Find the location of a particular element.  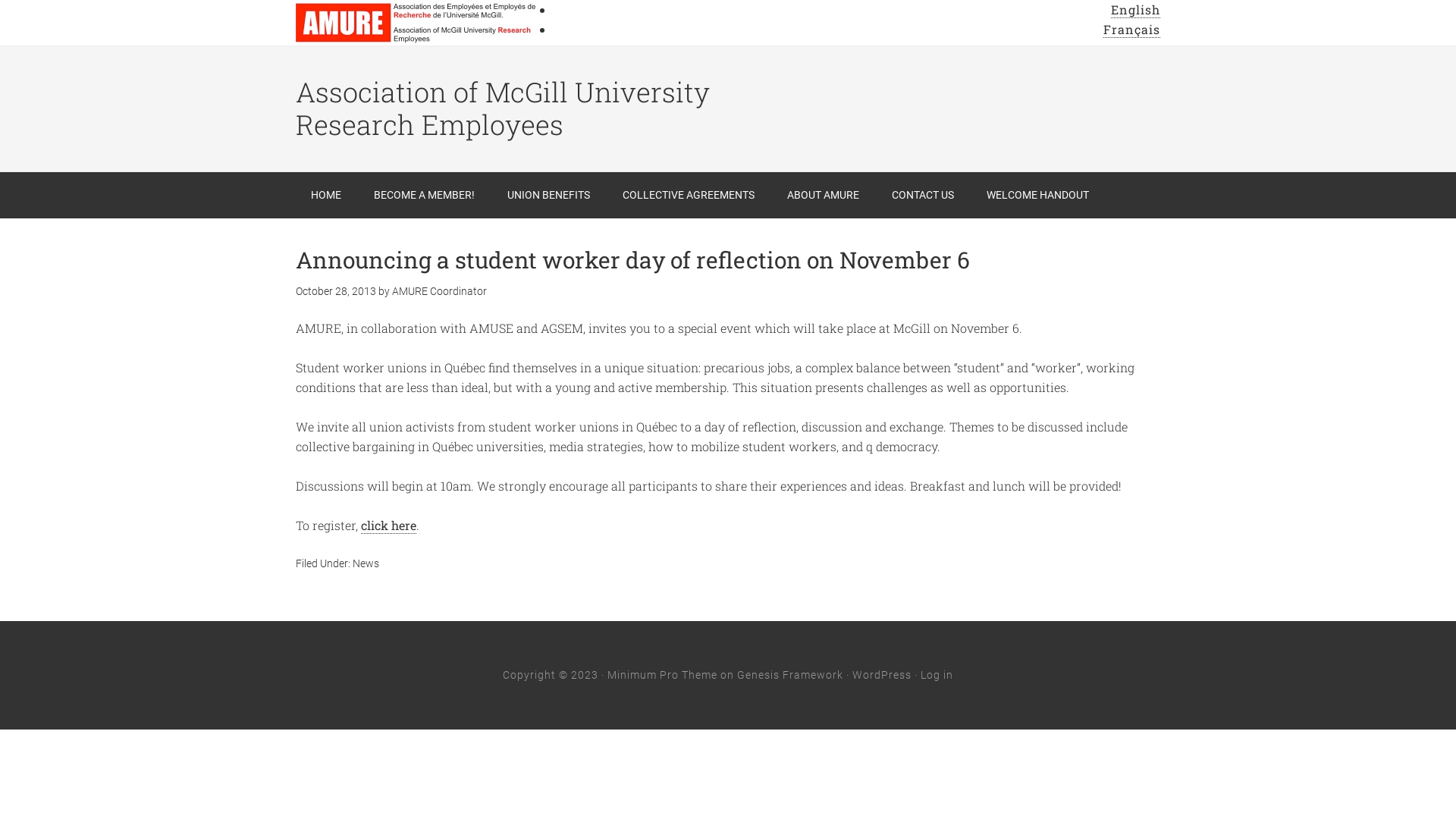

'Log in' is located at coordinates (936, 674).